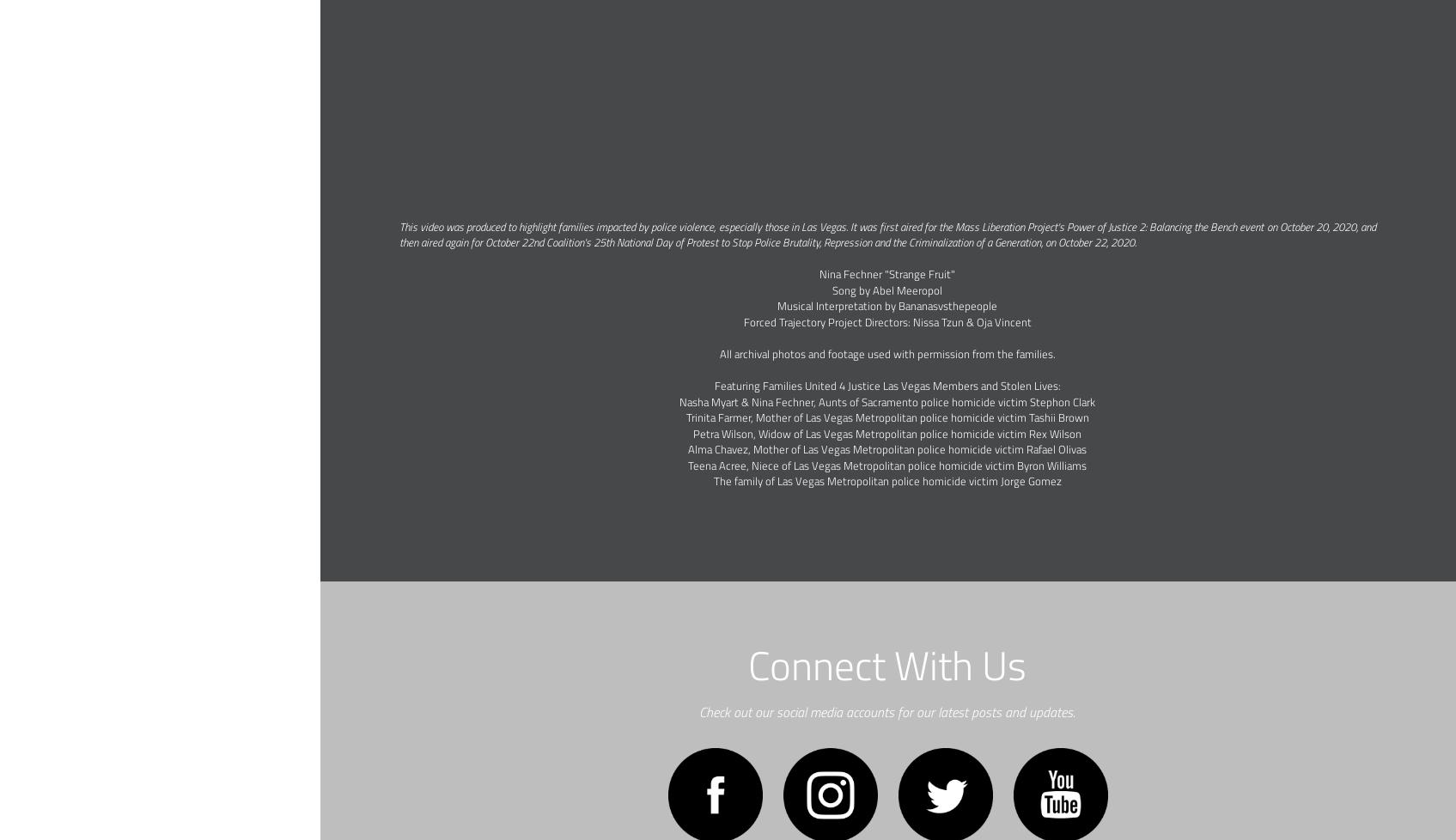 The height and width of the screenshot is (840, 1456). I want to click on 'Nasha Myart & Nina Fechner, Aunts of Sacramento police homicide victim Stephon Clark', so click(886, 399).